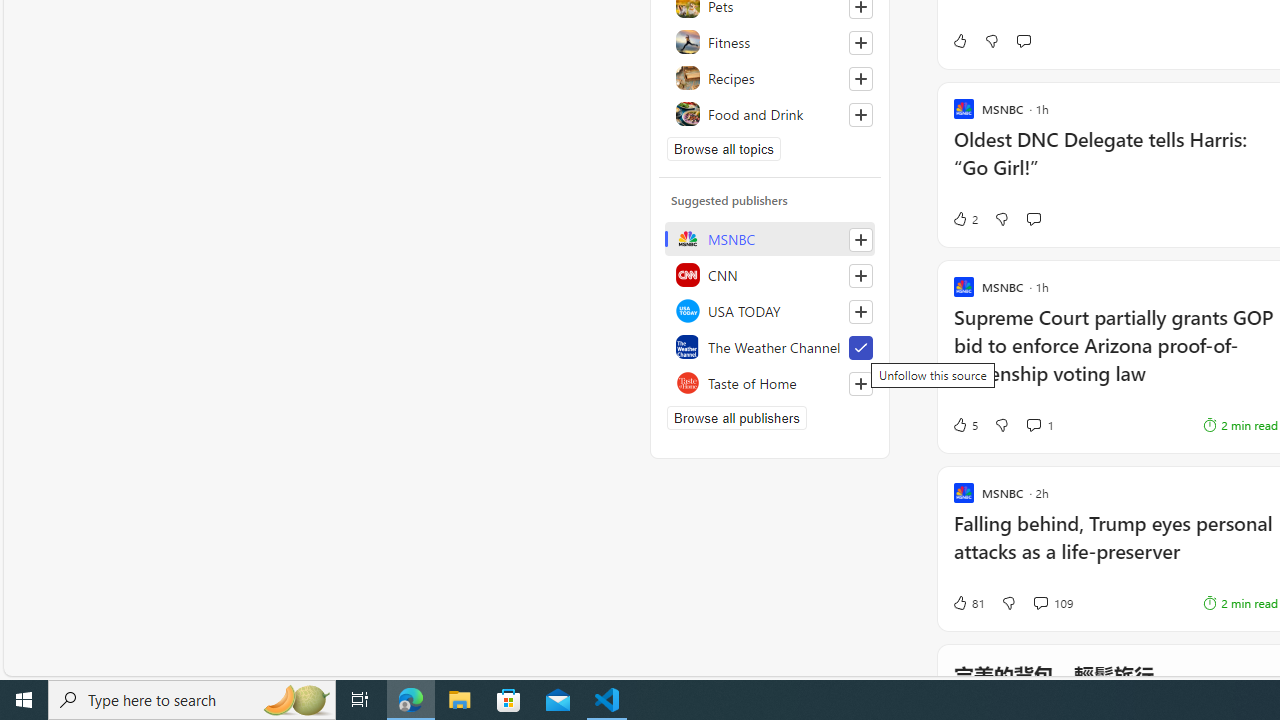  Describe the element at coordinates (723, 148) in the screenshot. I see `'Browse all topics'` at that location.